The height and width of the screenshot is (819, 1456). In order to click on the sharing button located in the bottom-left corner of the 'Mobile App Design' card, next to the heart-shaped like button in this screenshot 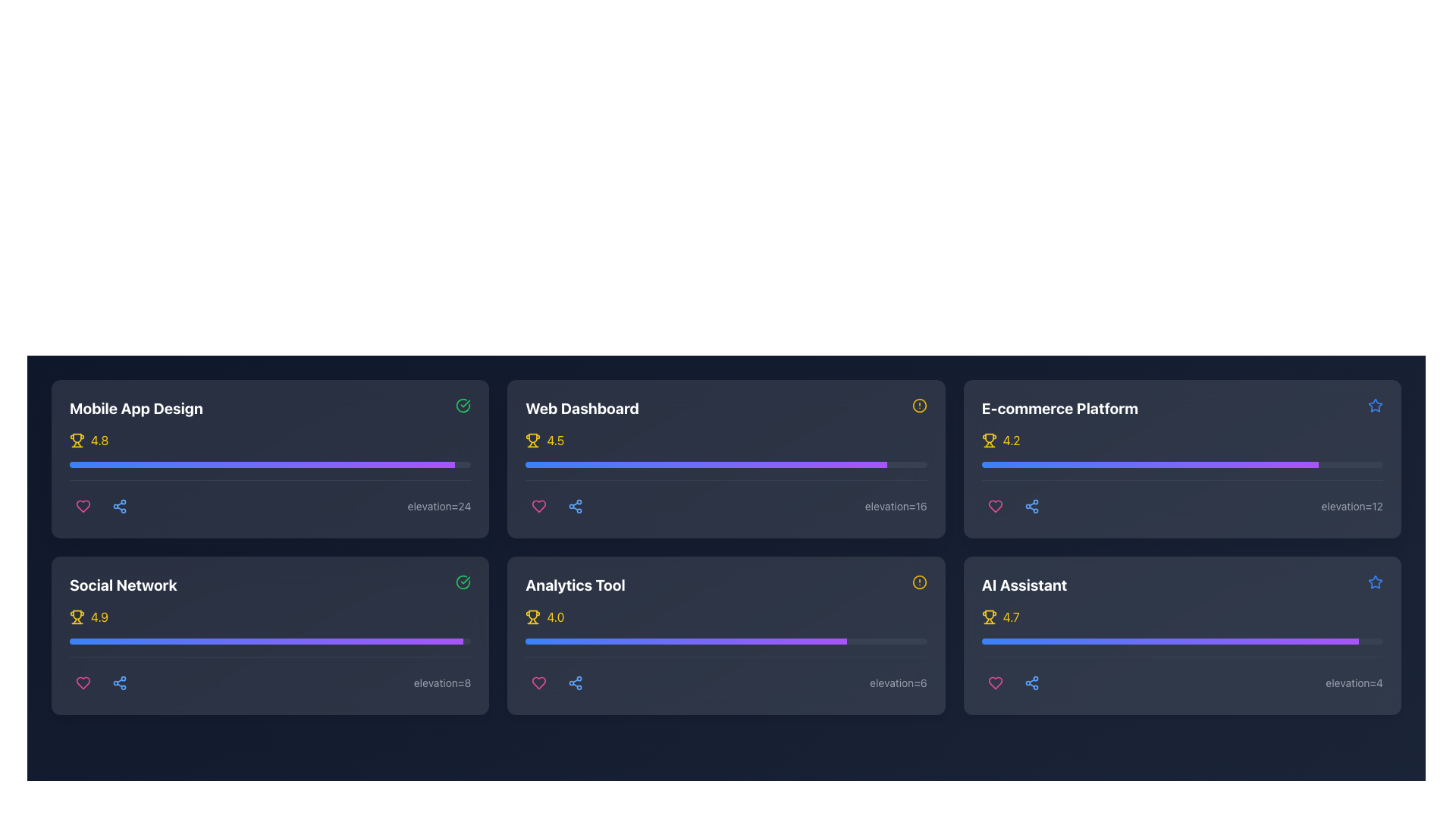, I will do `click(119, 506)`.